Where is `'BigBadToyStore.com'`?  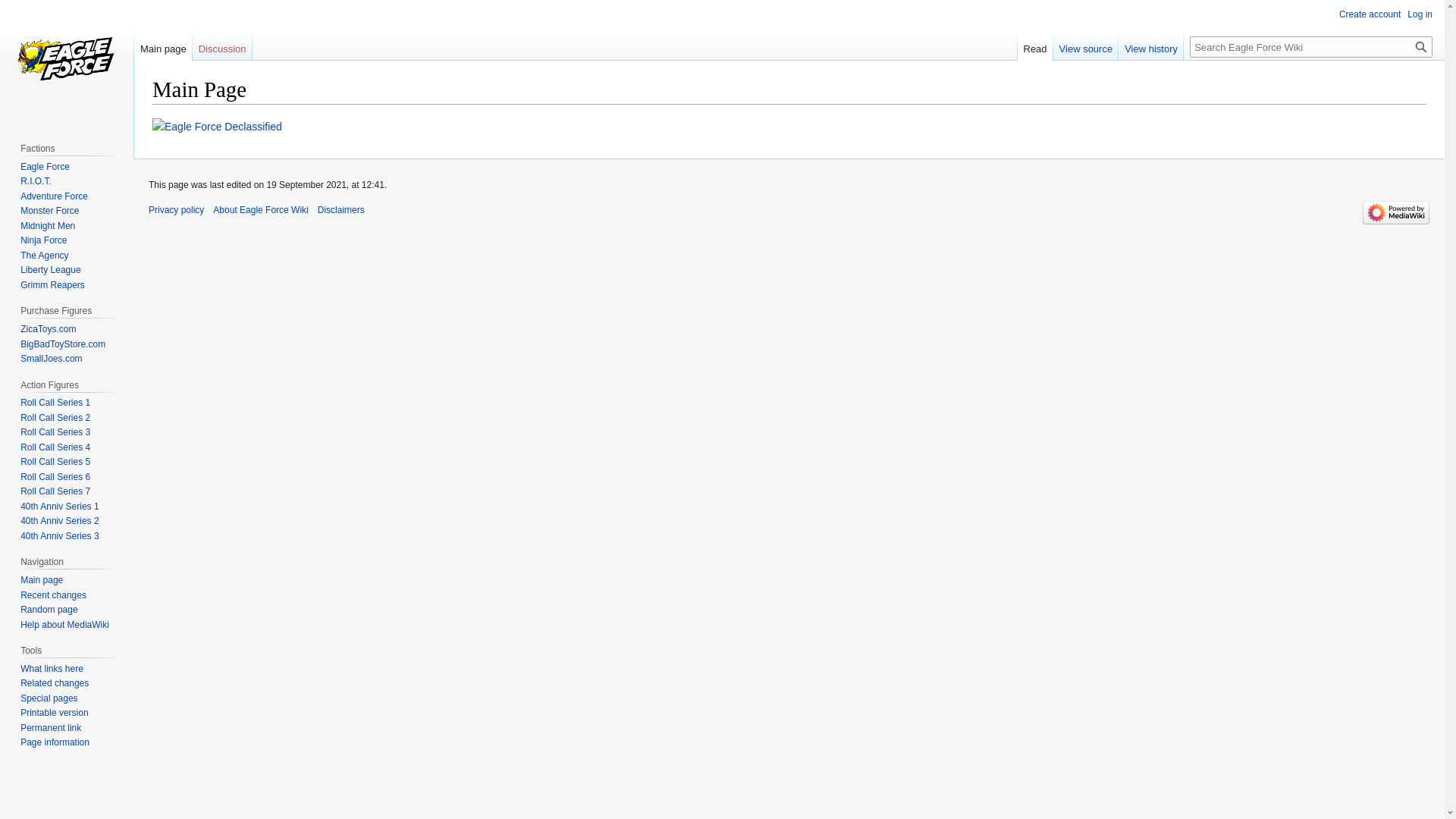
'BigBadToyStore.com' is located at coordinates (20, 344).